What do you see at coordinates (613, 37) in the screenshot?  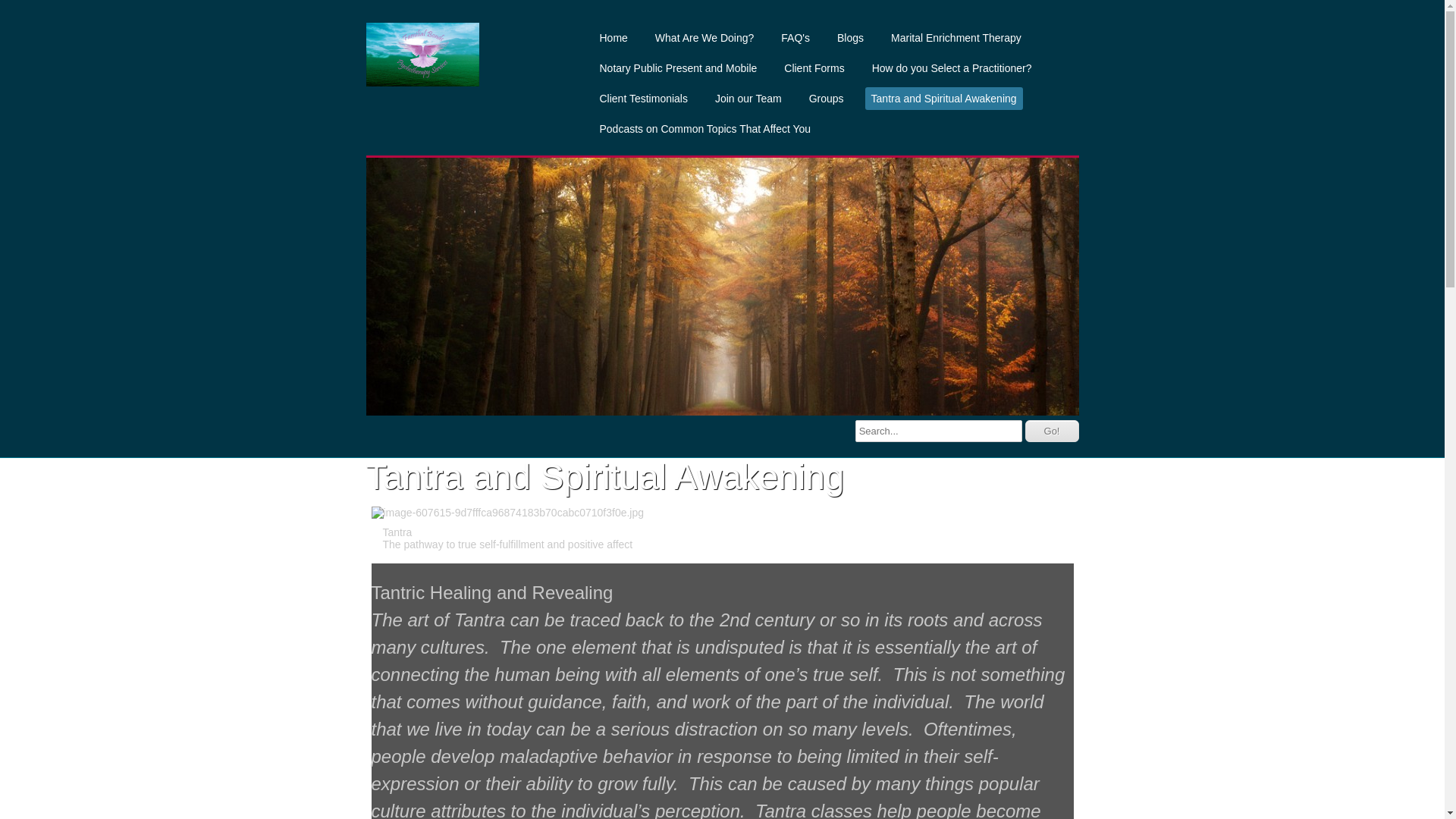 I see `'Home'` at bounding box center [613, 37].